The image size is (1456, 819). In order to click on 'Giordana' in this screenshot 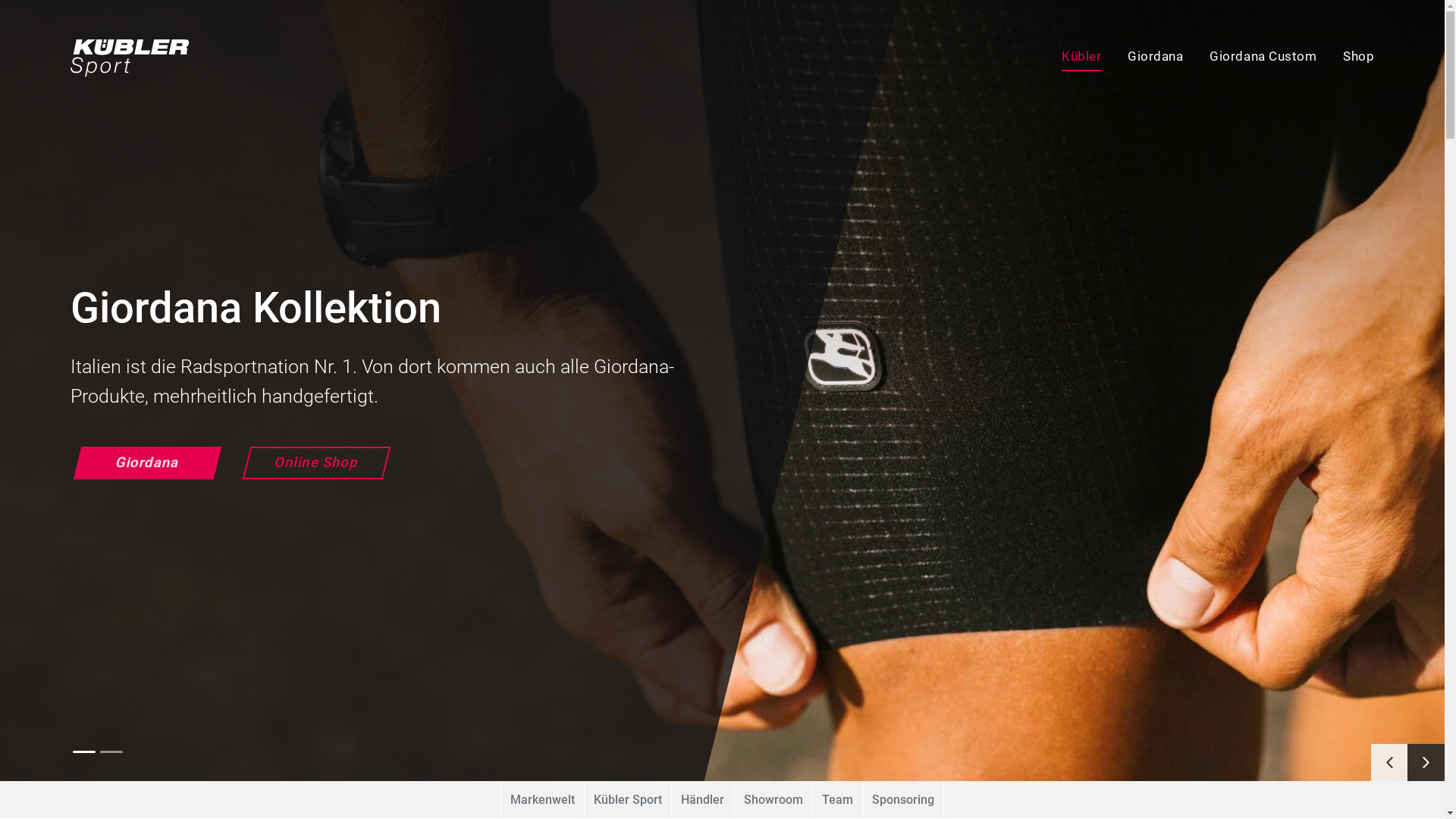, I will do `click(1142, 57)`.